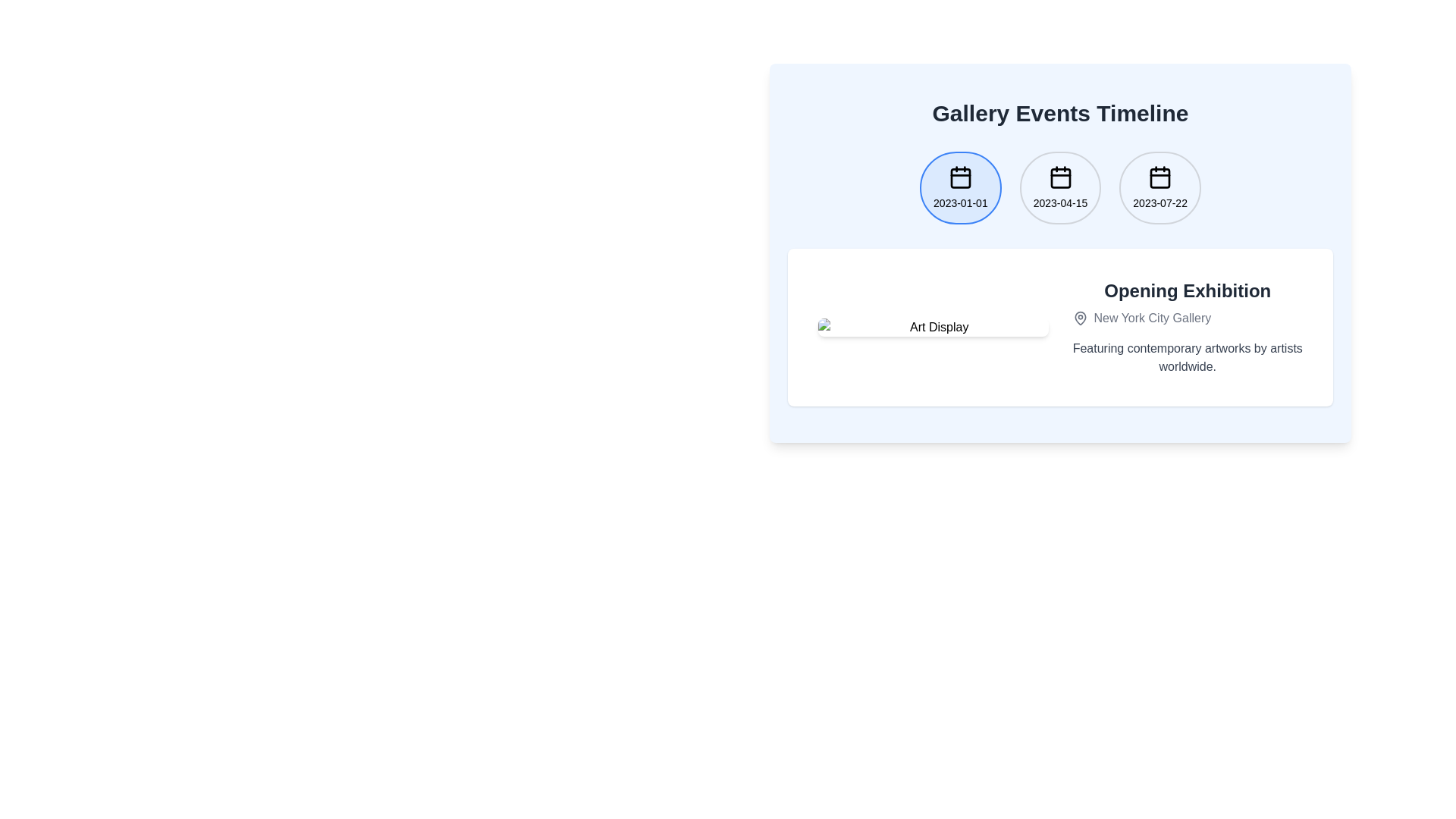 The image size is (1456, 819). I want to click on the calendar icon, which is the second in the row within the 'Gallery Events Timeline' section, so click(1059, 177).